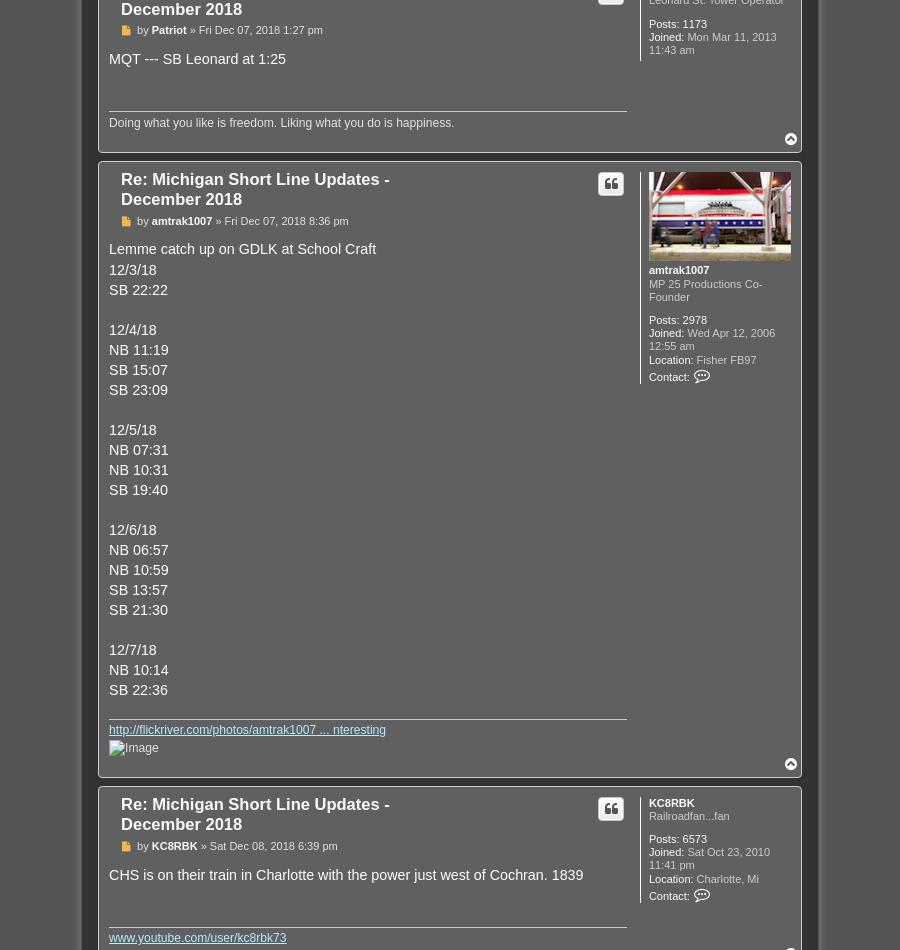 The image size is (900, 950). I want to click on 'NB 06:57', so click(138, 549).